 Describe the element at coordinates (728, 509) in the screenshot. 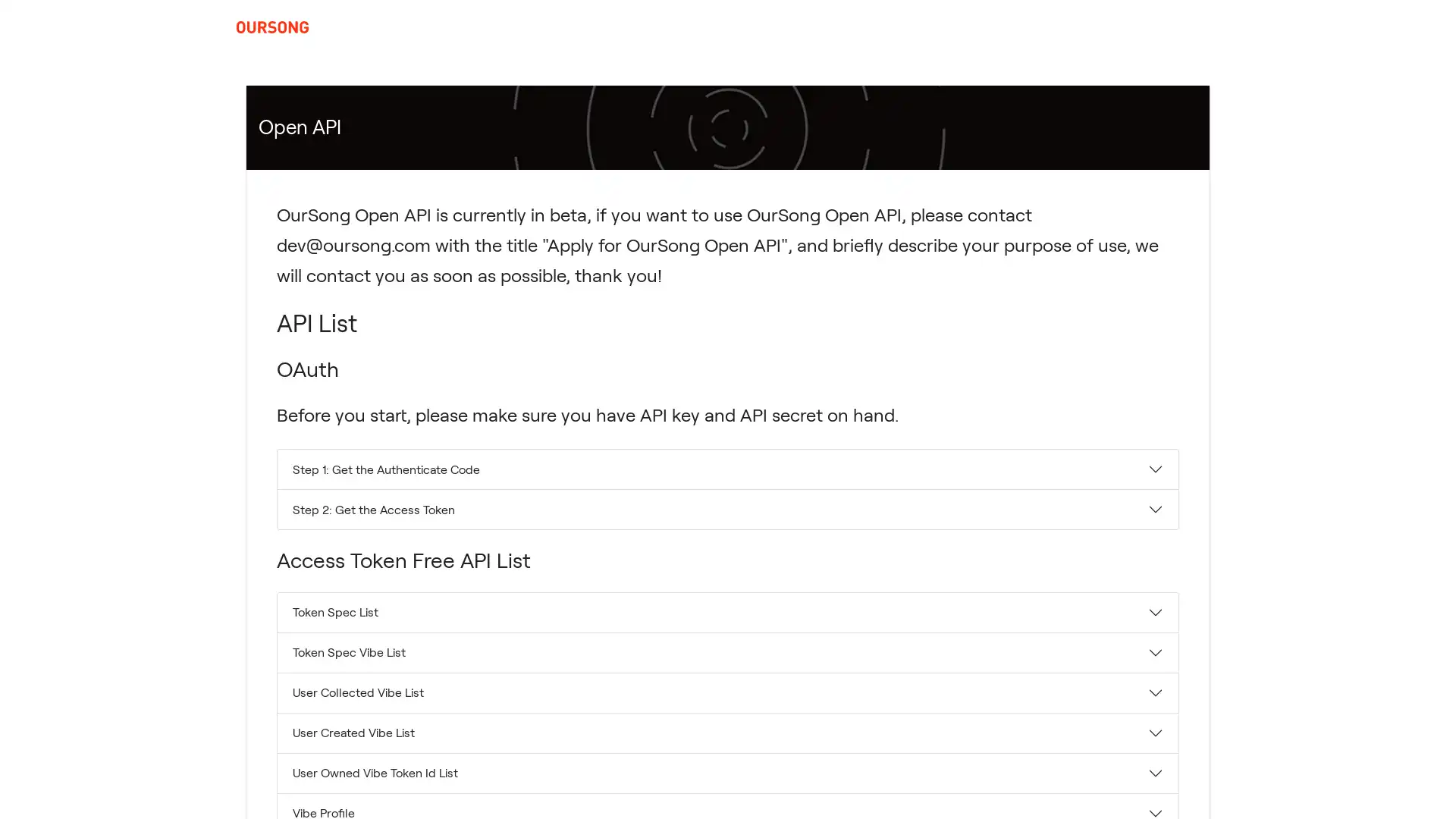

I see `Step 2: Get the Access Token` at that location.